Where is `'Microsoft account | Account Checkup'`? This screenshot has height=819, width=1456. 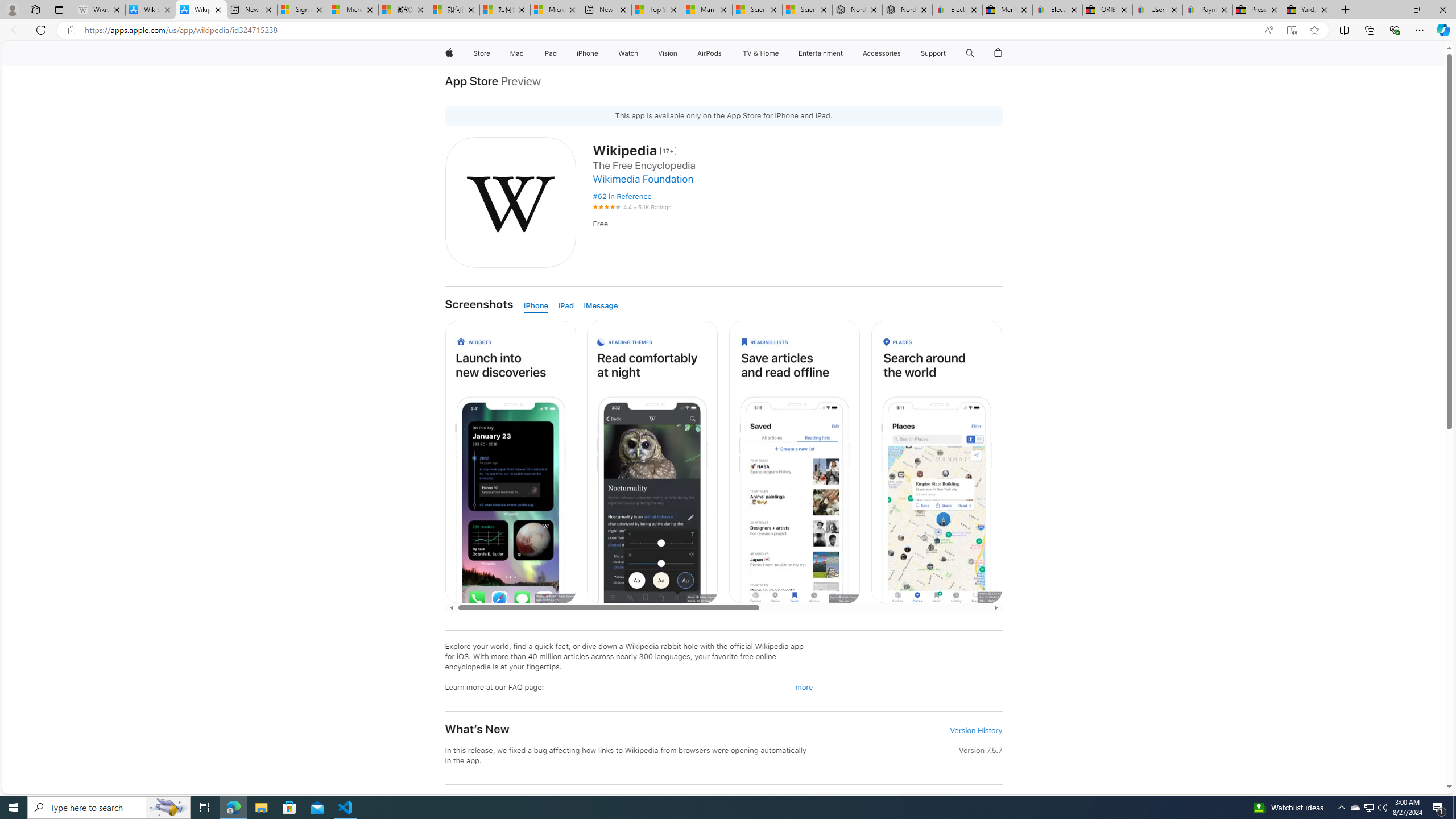 'Microsoft account | Account Checkup' is located at coordinates (555, 9).